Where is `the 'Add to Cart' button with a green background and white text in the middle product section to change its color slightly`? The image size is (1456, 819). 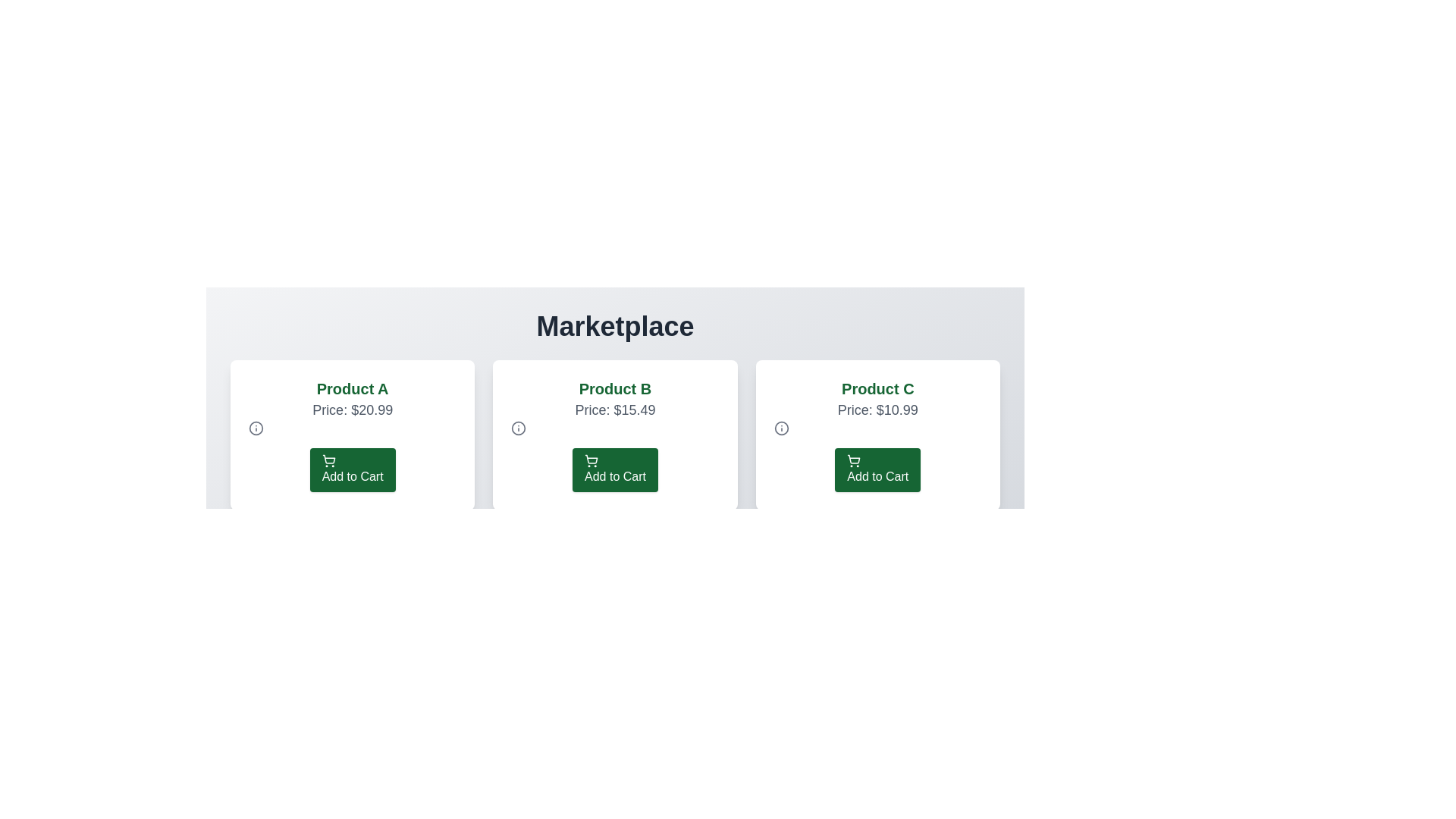
the 'Add to Cart' button with a green background and white text in the middle product section to change its color slightly is located at coordinates (615, 469).